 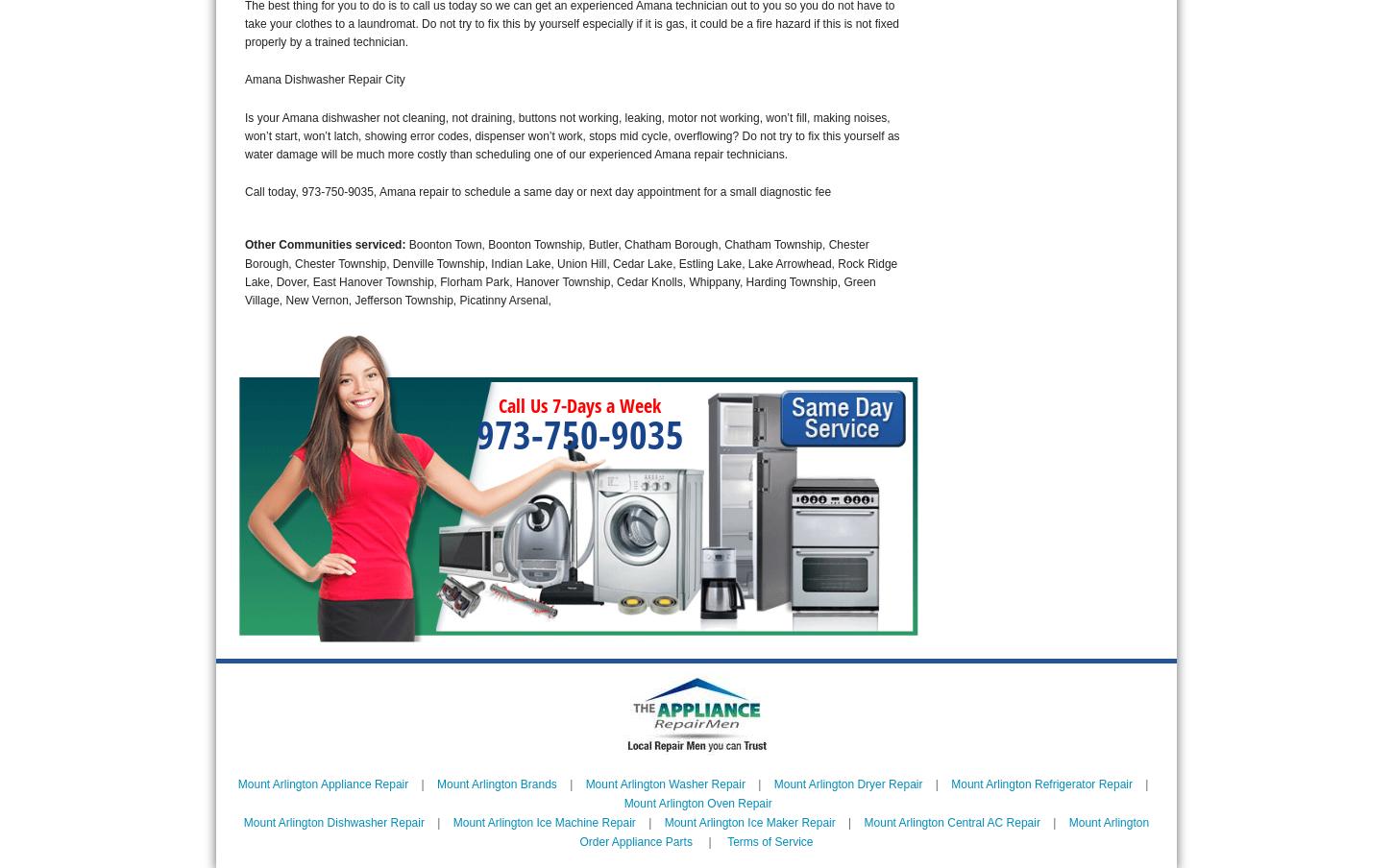 What do you see at coordinates (663, 783) in the screenshot?
I see `'Mount Arlington Washer Repair'` at bounding box center [663, 783].